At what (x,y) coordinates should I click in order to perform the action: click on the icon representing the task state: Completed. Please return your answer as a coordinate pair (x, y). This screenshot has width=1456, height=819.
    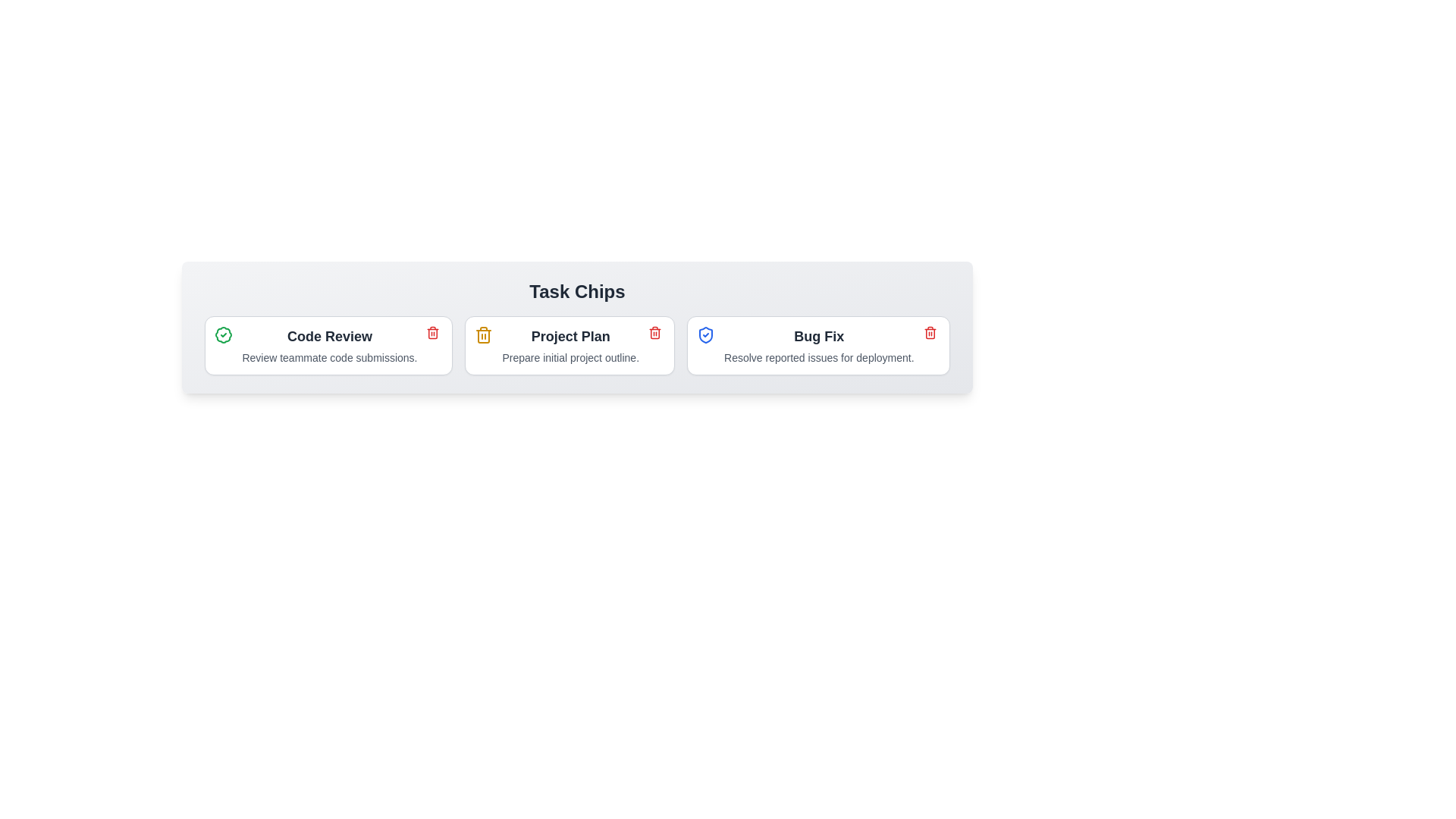
    Looking at the image, I should click on (223, 334).